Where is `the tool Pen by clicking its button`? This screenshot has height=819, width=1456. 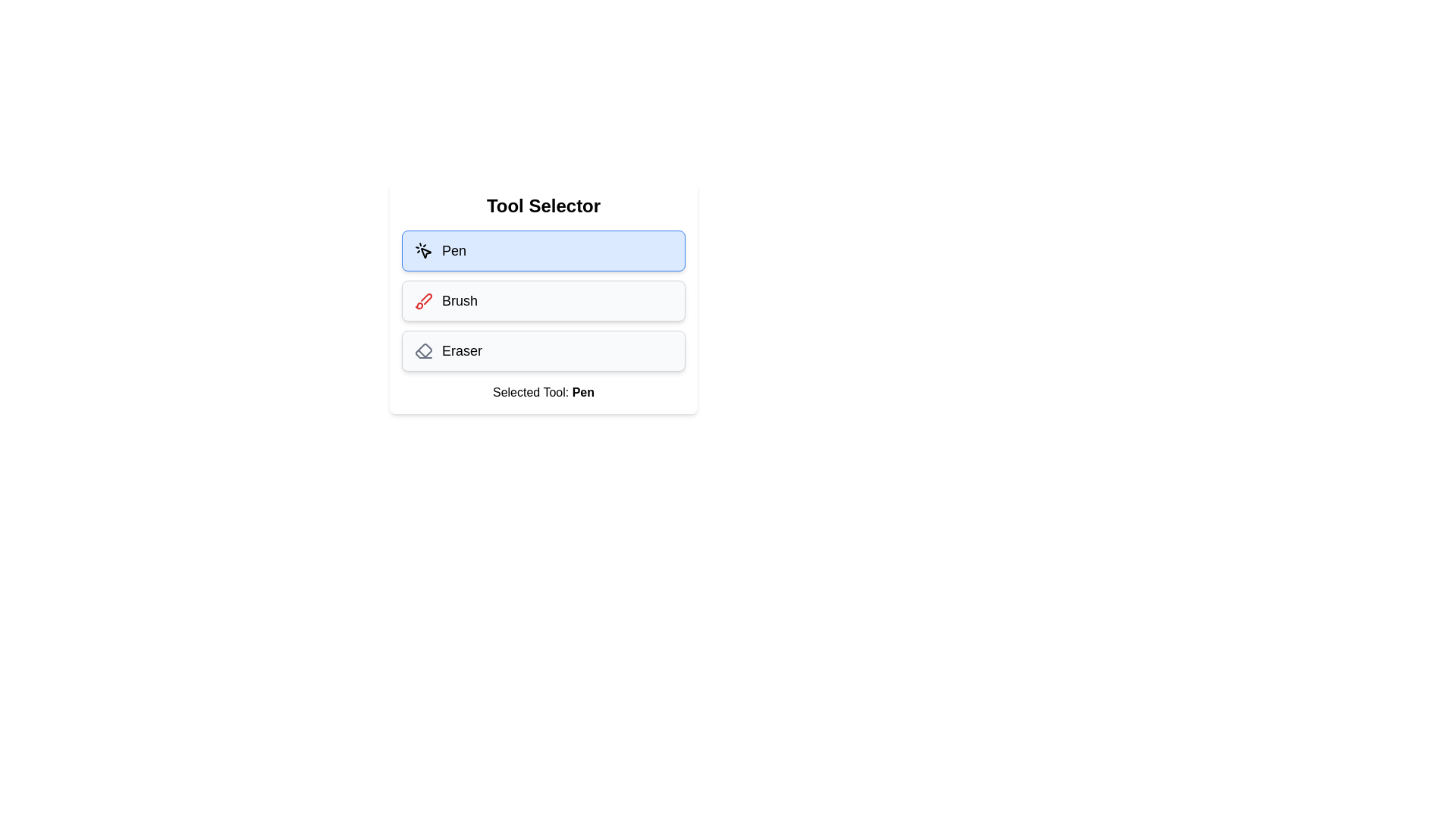
the tool Pen by clicking its button is located at coordinates (543, 250).